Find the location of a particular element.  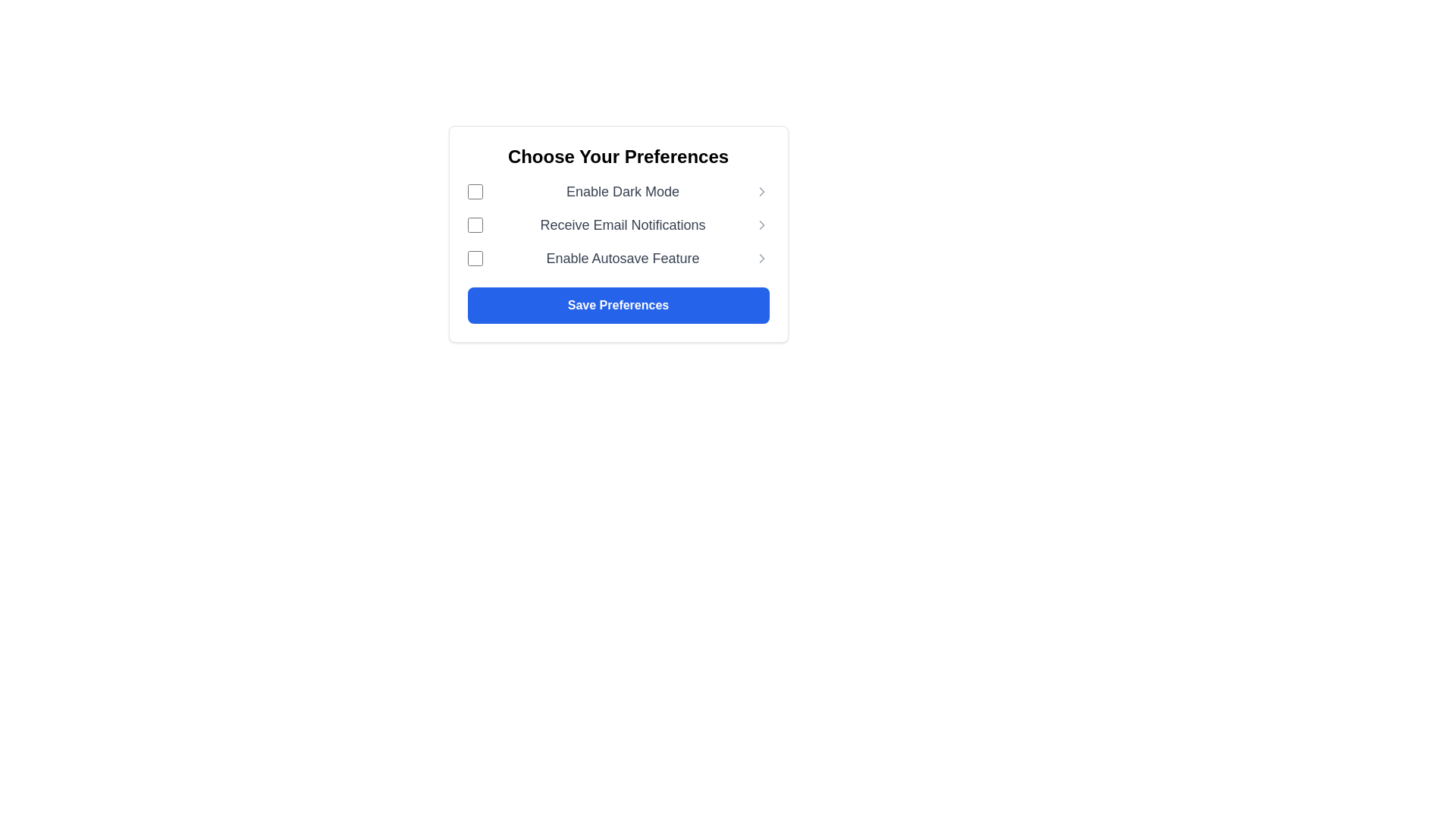

the 'Save Preferences' button to save the selected options is located at coordinates (618, 305).